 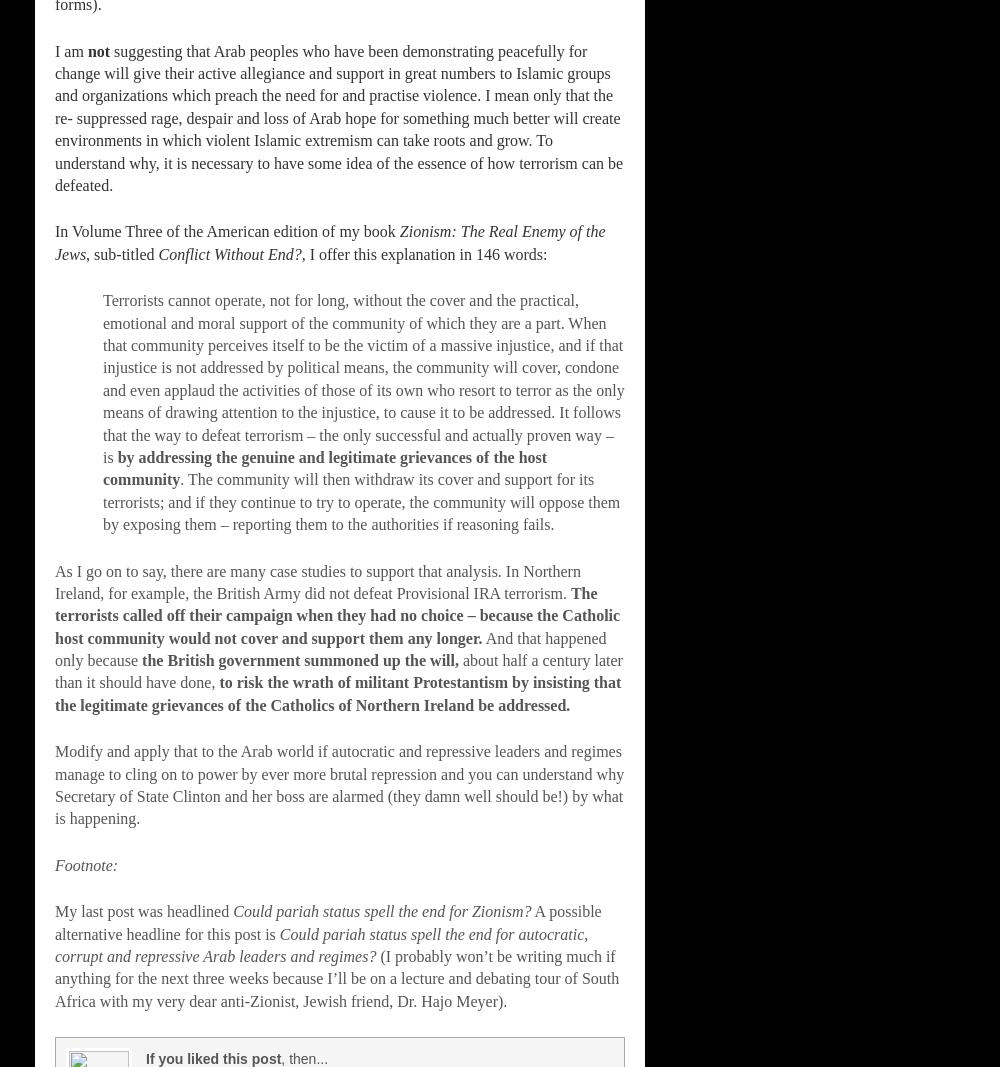 I want to click on 'about half a century later than it should have done,', so click(x=337, y=671).